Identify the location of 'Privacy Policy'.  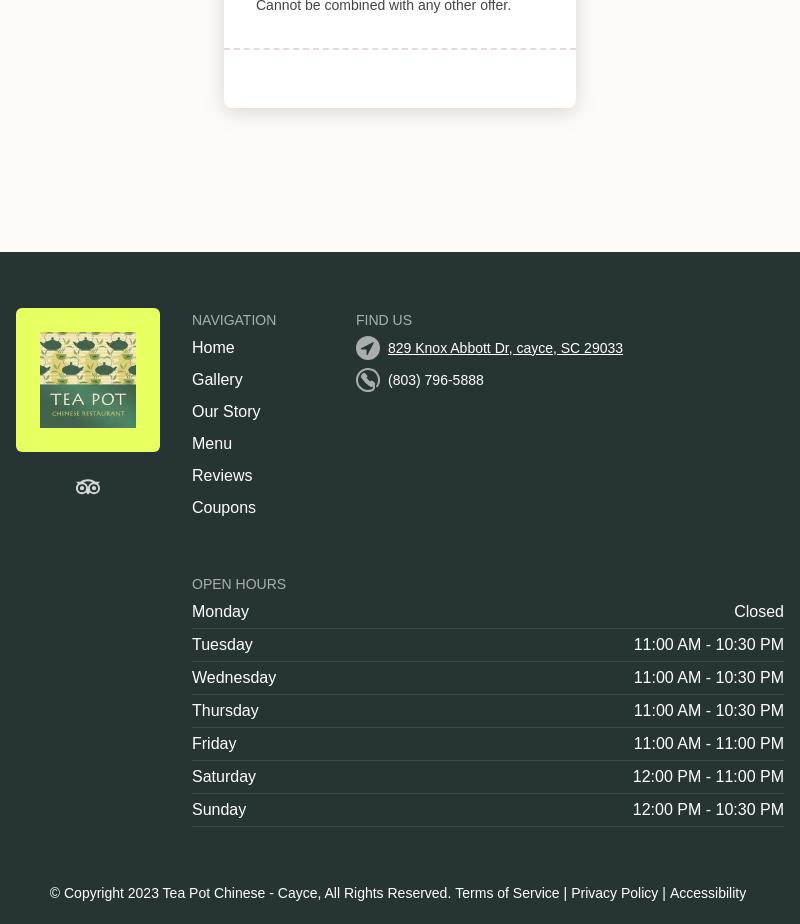
(569, 893).